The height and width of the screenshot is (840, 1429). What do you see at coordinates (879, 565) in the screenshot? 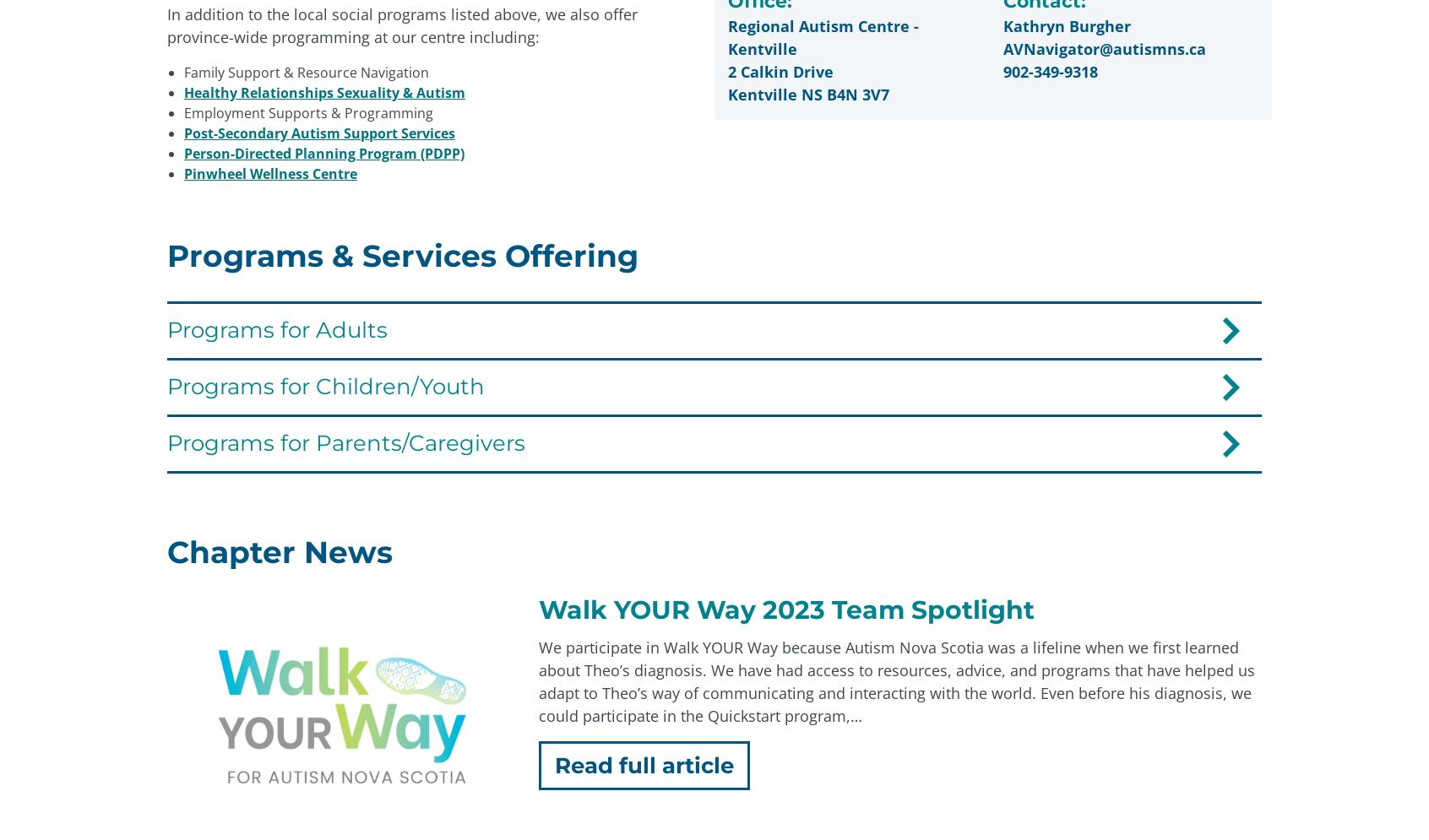
I see `'Programs & Services'` at bounding box center [879, 565].